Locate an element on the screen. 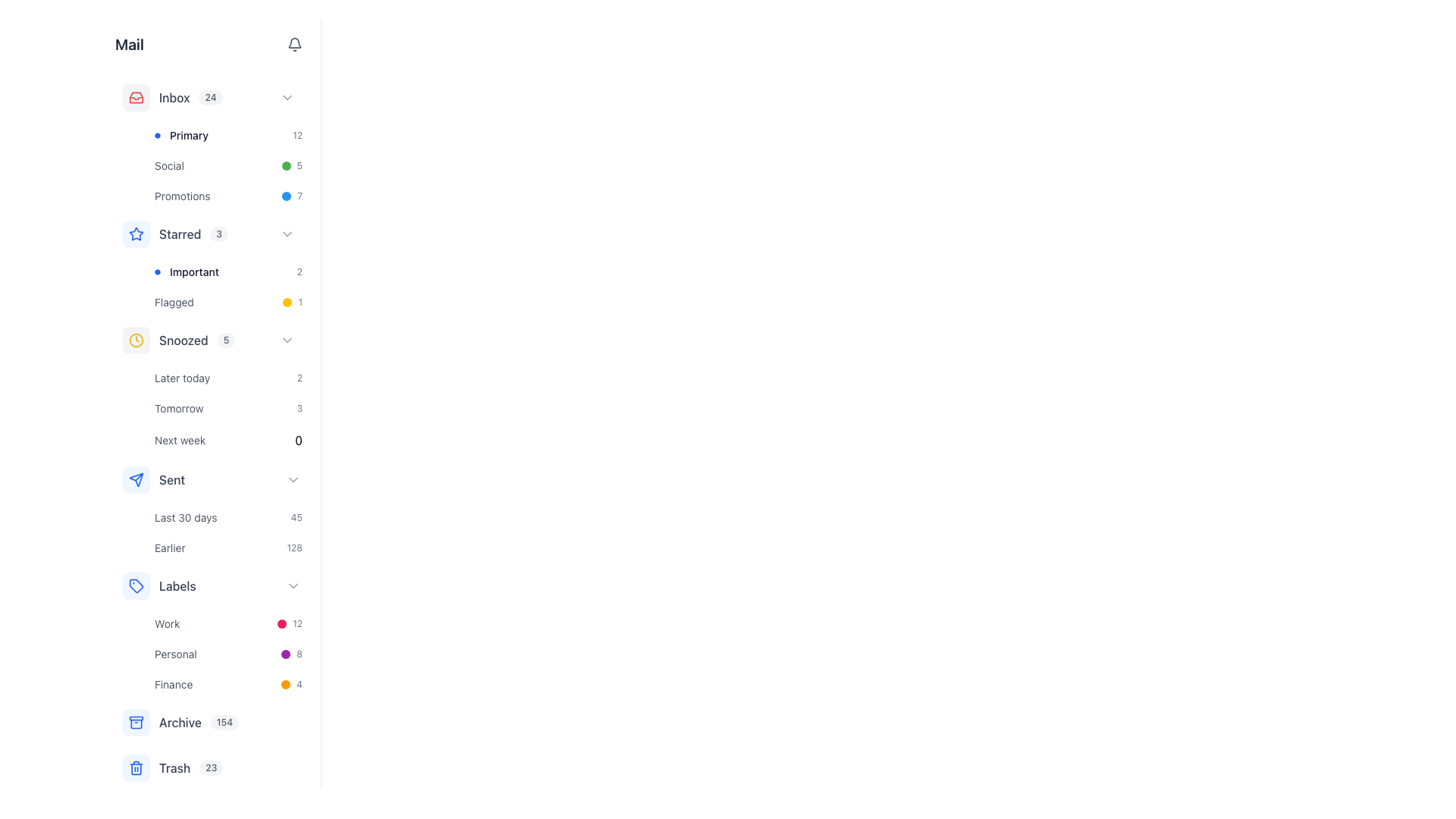 Image resolution: width=1456 pixels, height=819 pixels. the chevron on the 'Starred' menu item is located at coordinates (211, 234).